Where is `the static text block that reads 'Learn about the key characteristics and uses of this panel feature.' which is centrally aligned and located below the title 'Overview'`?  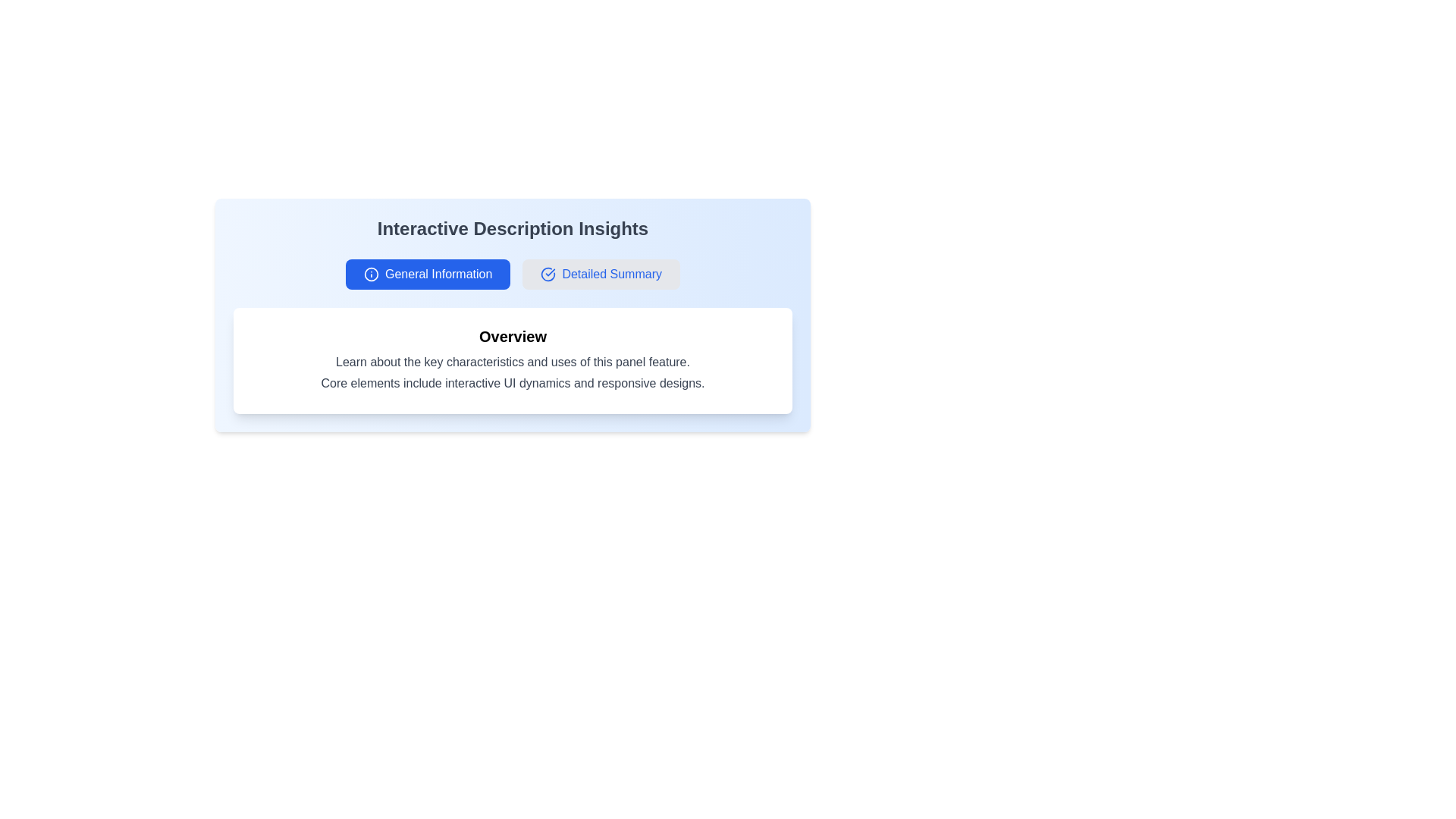
the static text block that reads 'Learn about the key characteristics and uses of this panel feature.' which is centrally aligned and located below the title 'Overview' is located at coordinates (513, 362).